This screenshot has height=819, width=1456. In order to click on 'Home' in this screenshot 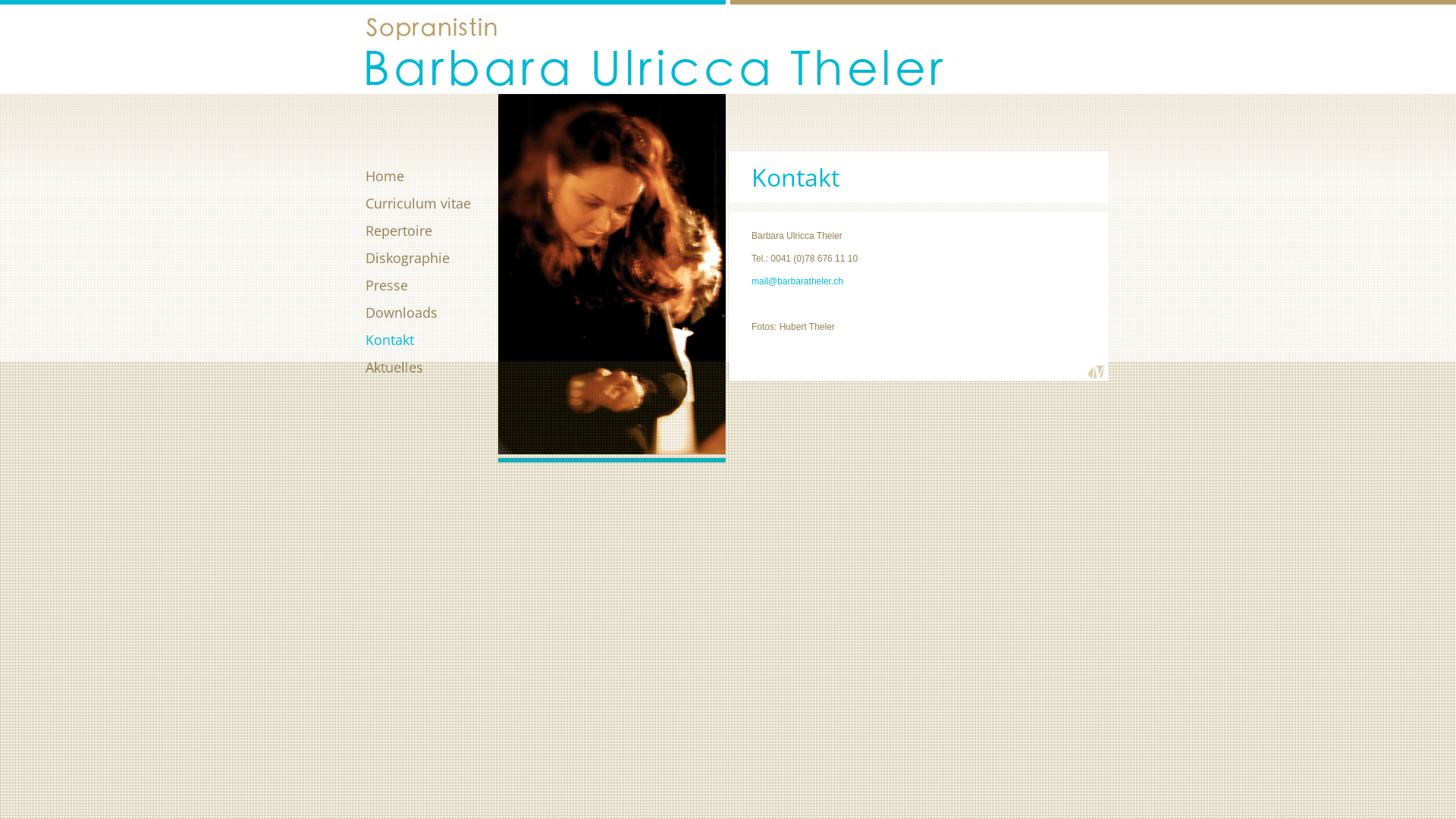, I will do `click(431, 174)`.